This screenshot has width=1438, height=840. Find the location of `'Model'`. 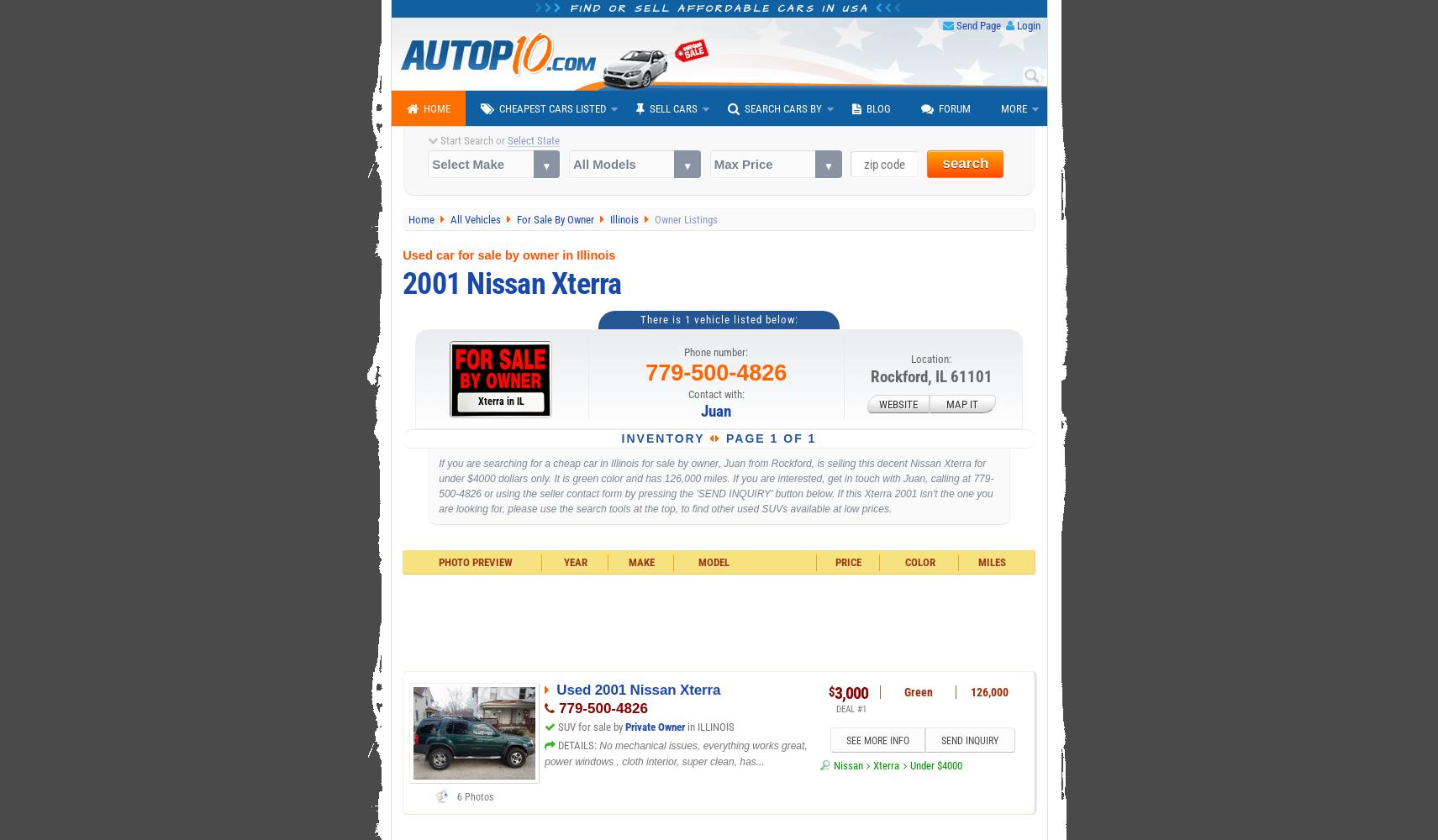

'Model' is located at coordinates (712, 562).